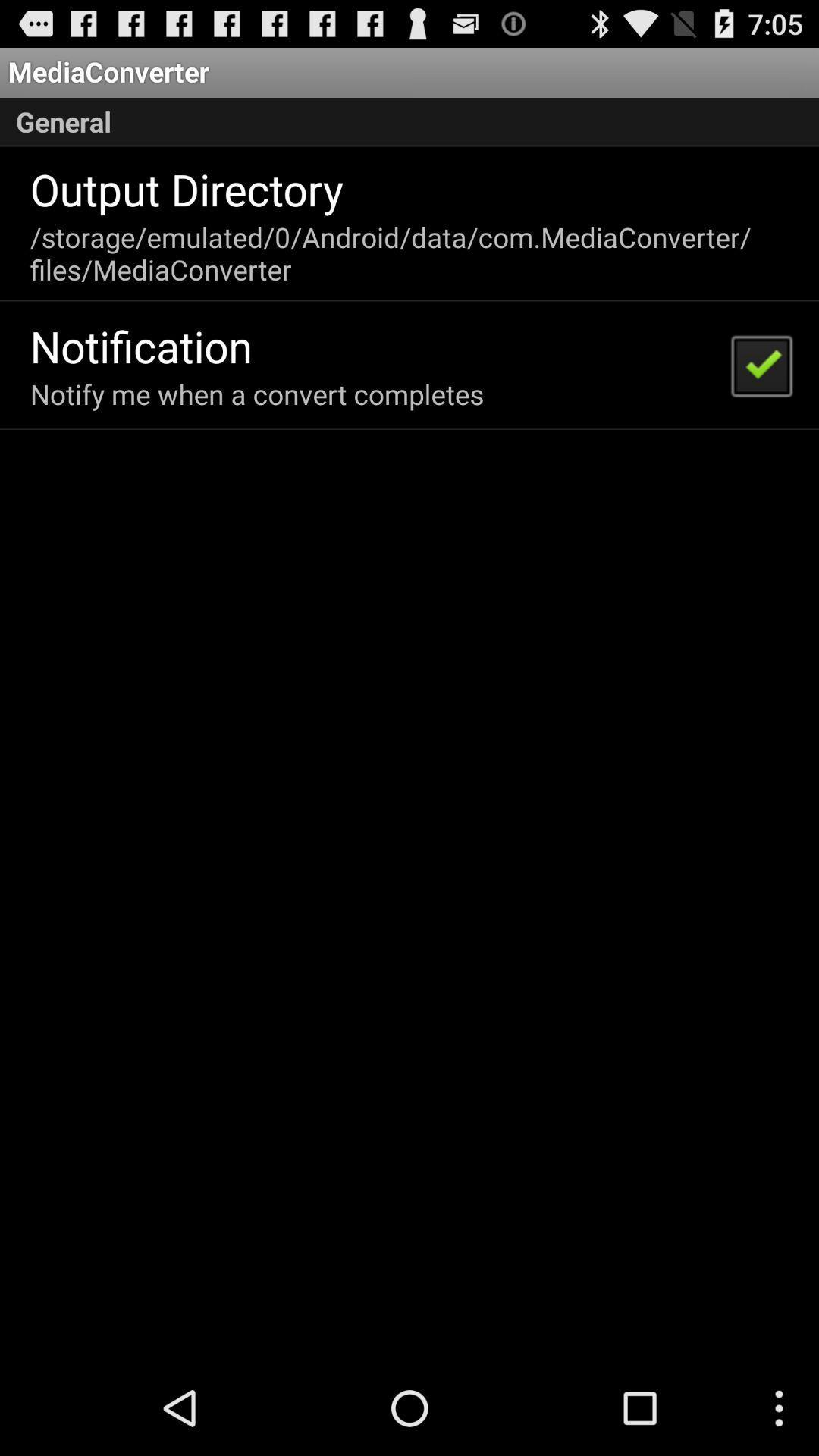 Image resolution: width=819 pixels, height=1456 pixels. I want to click on app below storage emulated 0 app, so click(761, 365).